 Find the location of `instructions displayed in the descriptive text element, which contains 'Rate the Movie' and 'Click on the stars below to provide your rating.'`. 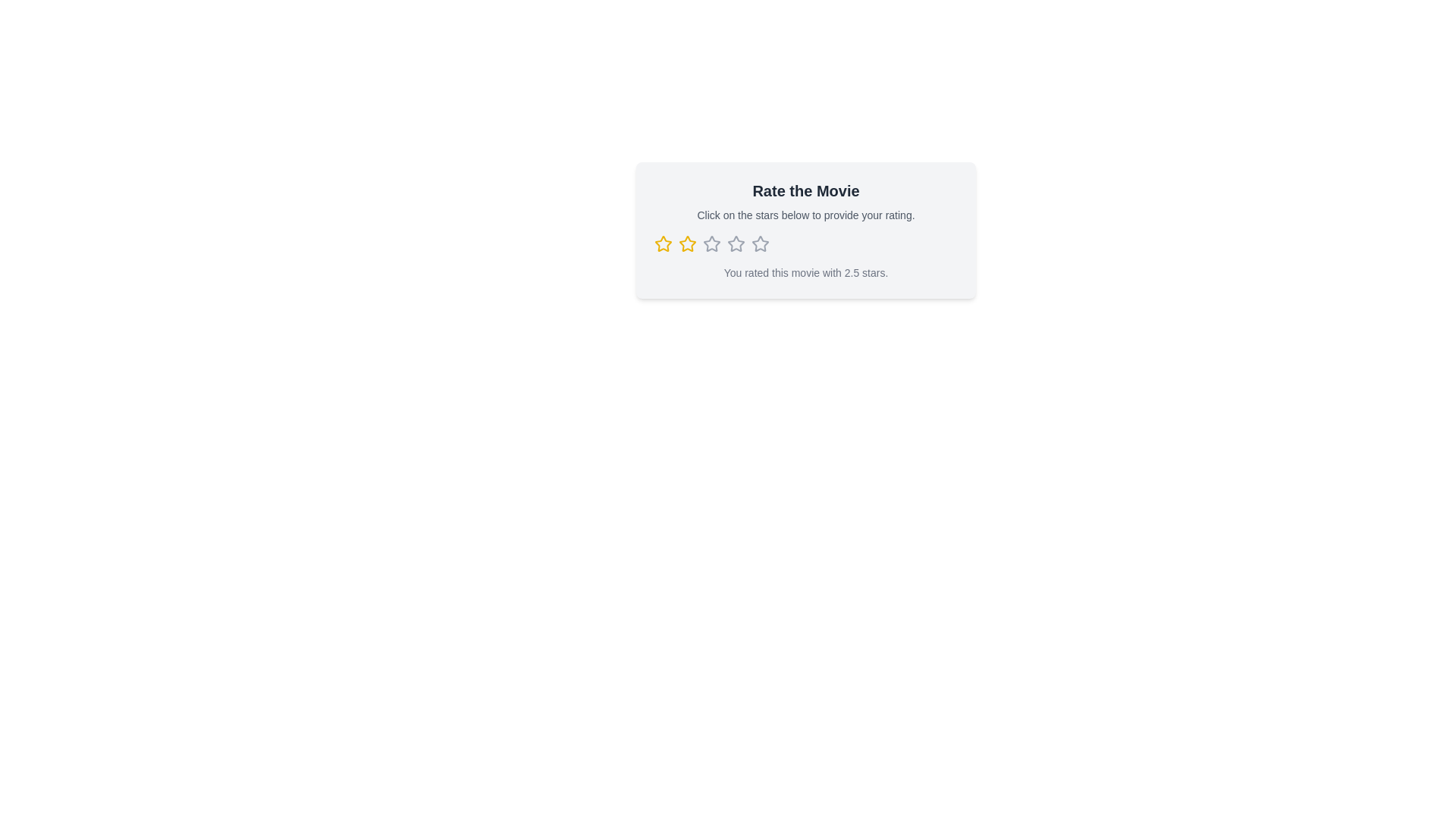

instructions displayed in the descriptive text element, which contains 'Rate the Movie' and 'Click on the stars below to provide your rating.' is located at coordinates (805, 201).